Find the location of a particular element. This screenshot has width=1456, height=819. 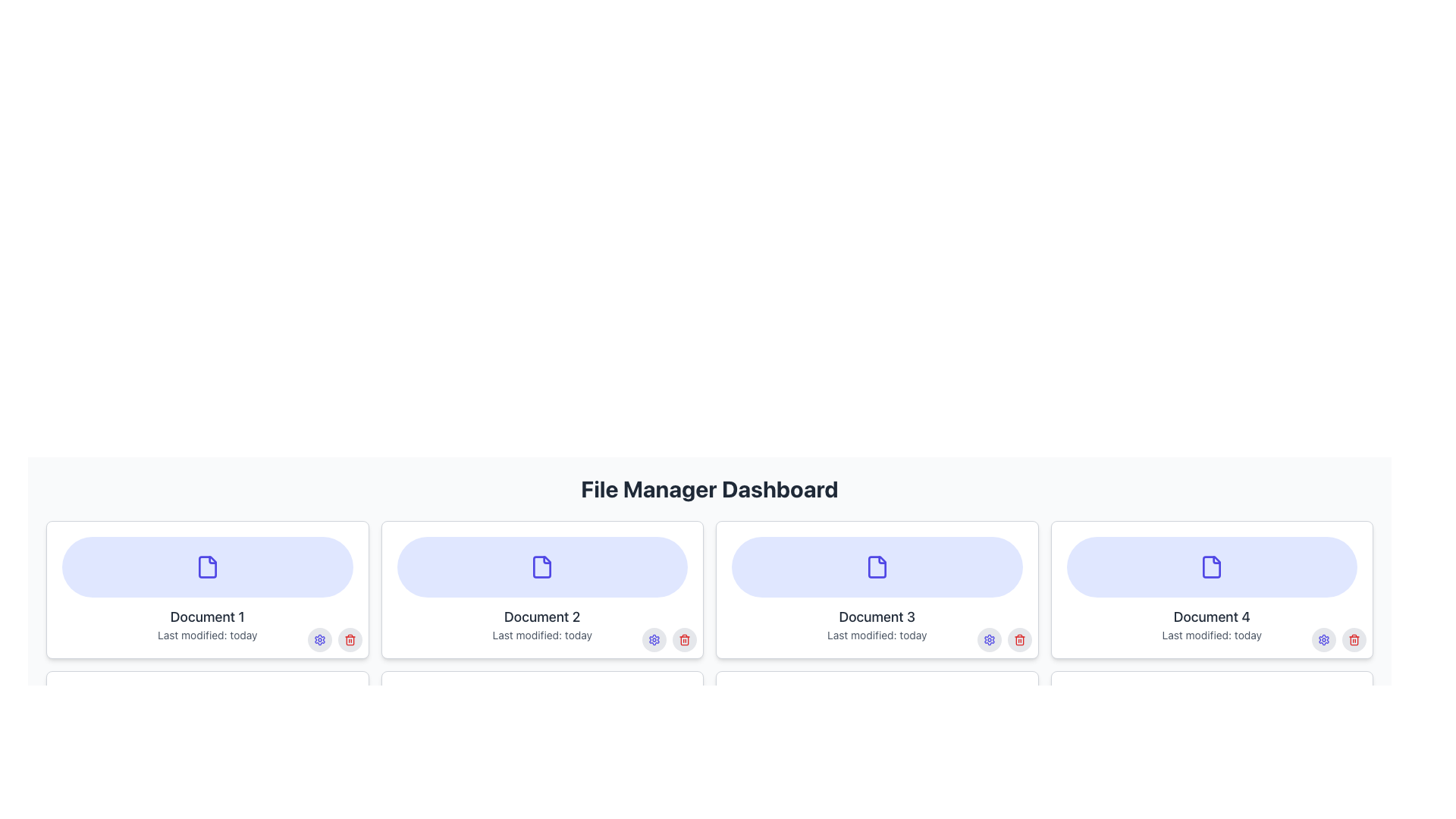

the text label that serves as a descriptor for the document, located below the indigo-colored file icon in the UI is located at coordinates (542, 617).